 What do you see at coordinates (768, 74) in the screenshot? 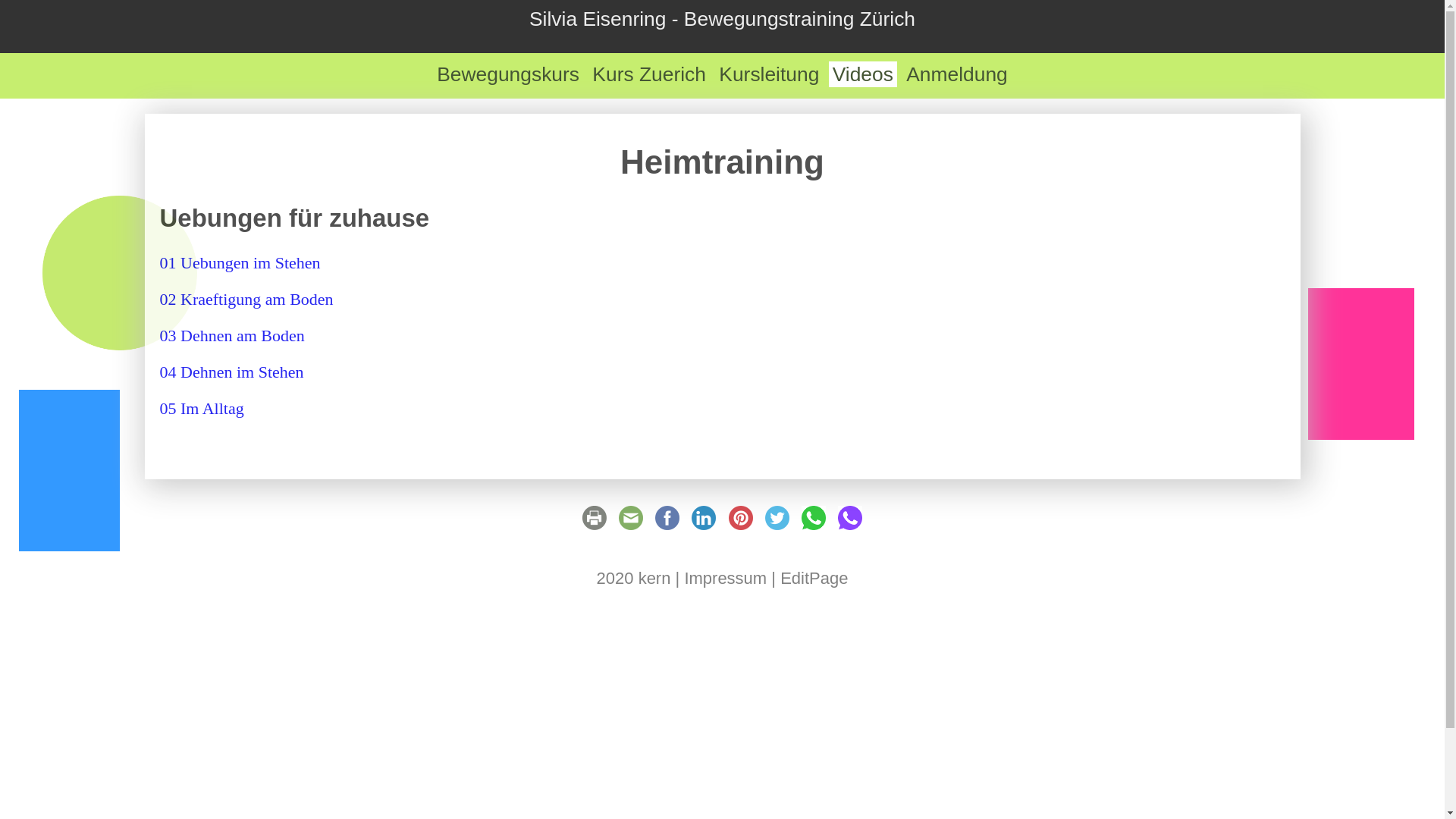
I see `'Kursleitung'` at bounding box center [768, 74].